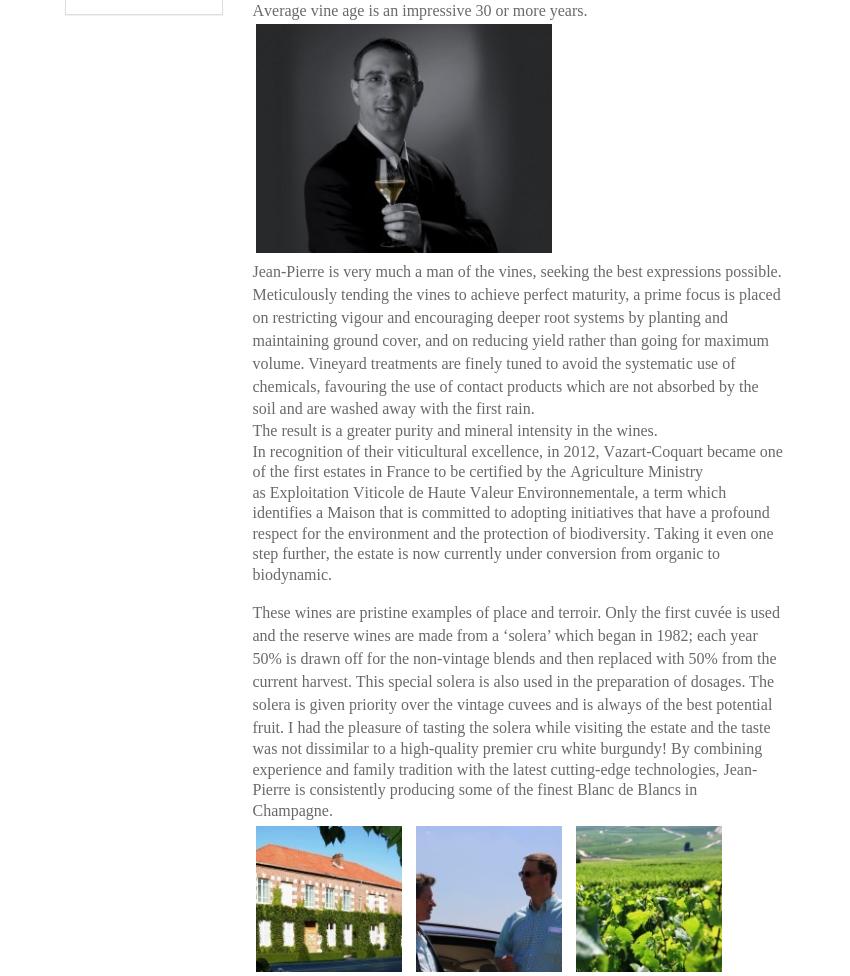 This screenshot has width=850, height=976. Describe the element at coordinates (515, 340) in the screenshot. I see `'Jean-Pierre is very much a man of the vines, seeking the best expressions possible. Meticulously tending the vines to achieve perfect maturity, a prime focus is placed on restricting vigour and encouraging deeper root systems by planting and maintaining ground cover, and on reducing yield rather than going for maximum volume. Vineyard treatments are finely tuned to avoid the systematic use of chemicals, favouring the use of contact products which are not absorbed by the soil and are washed away with the first rain.'` at that location.